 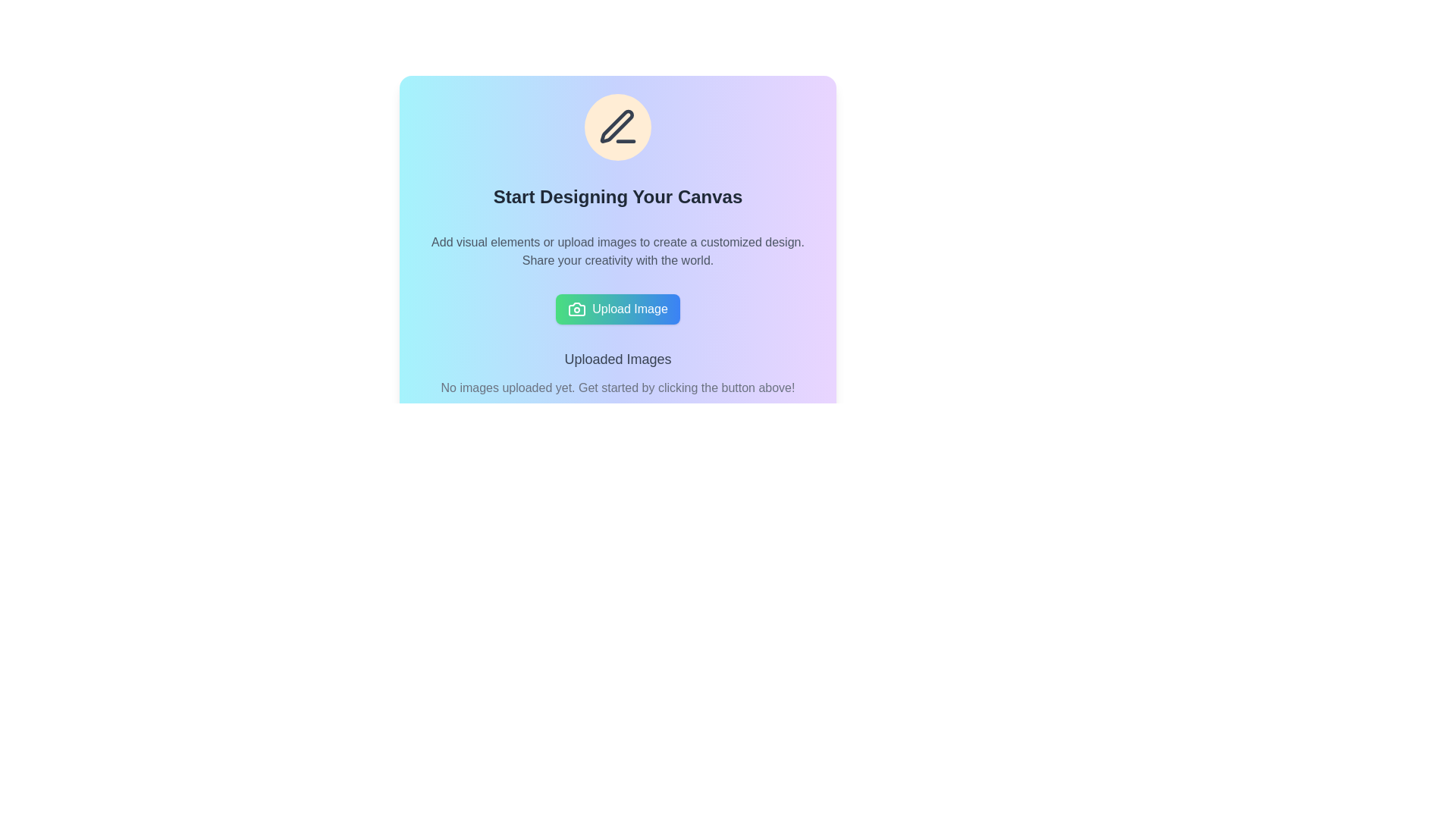 What do you see at coordinates (576, 309) in the screenshot?
I see `the 'Upload Image' button, which is visually reinforced by the Decorative Icon (camera icon) located on the left side of the button` at bounding box center [576, 309].